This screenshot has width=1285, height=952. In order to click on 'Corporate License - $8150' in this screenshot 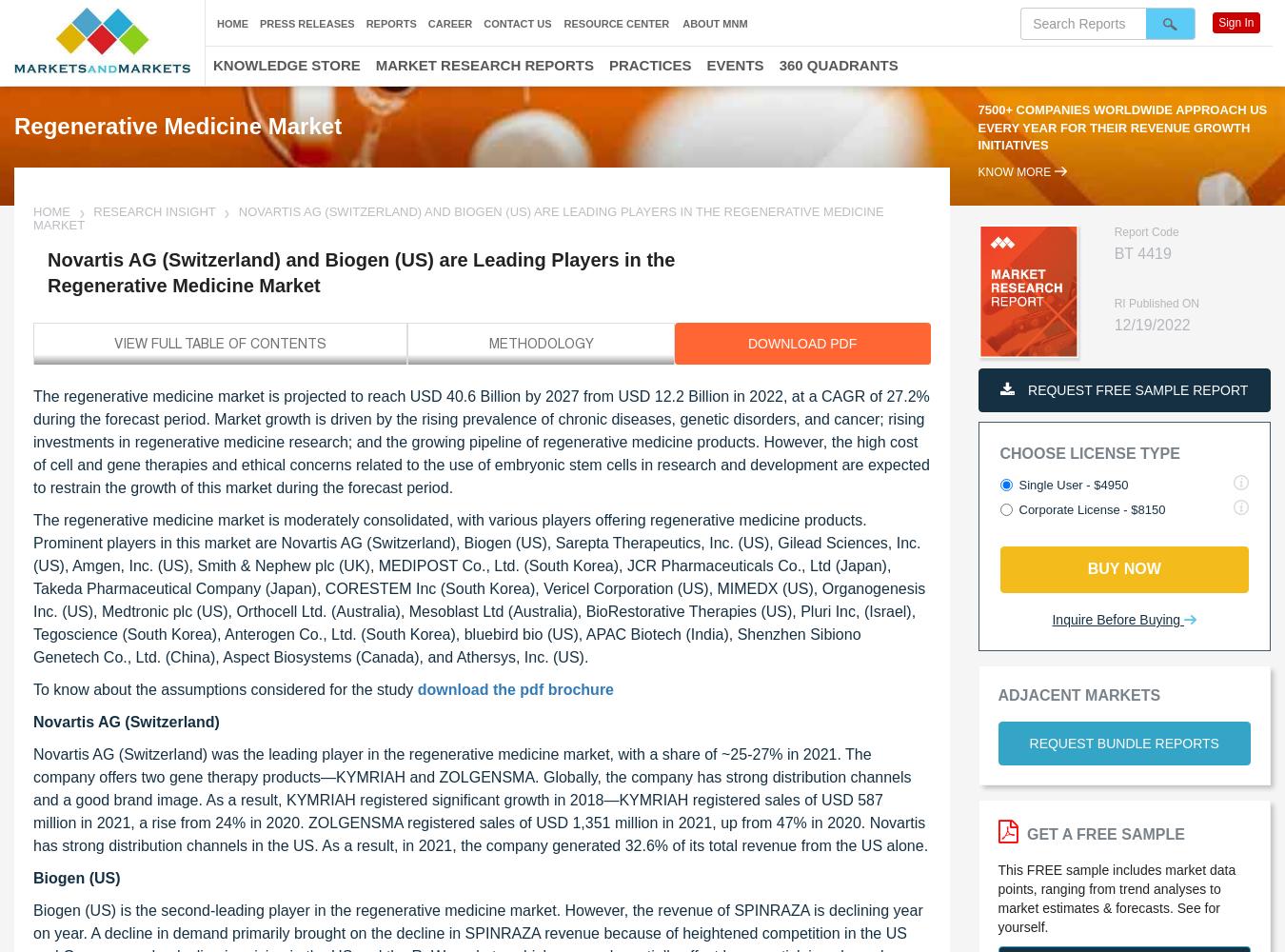, I will do `click(1090, 509)`.